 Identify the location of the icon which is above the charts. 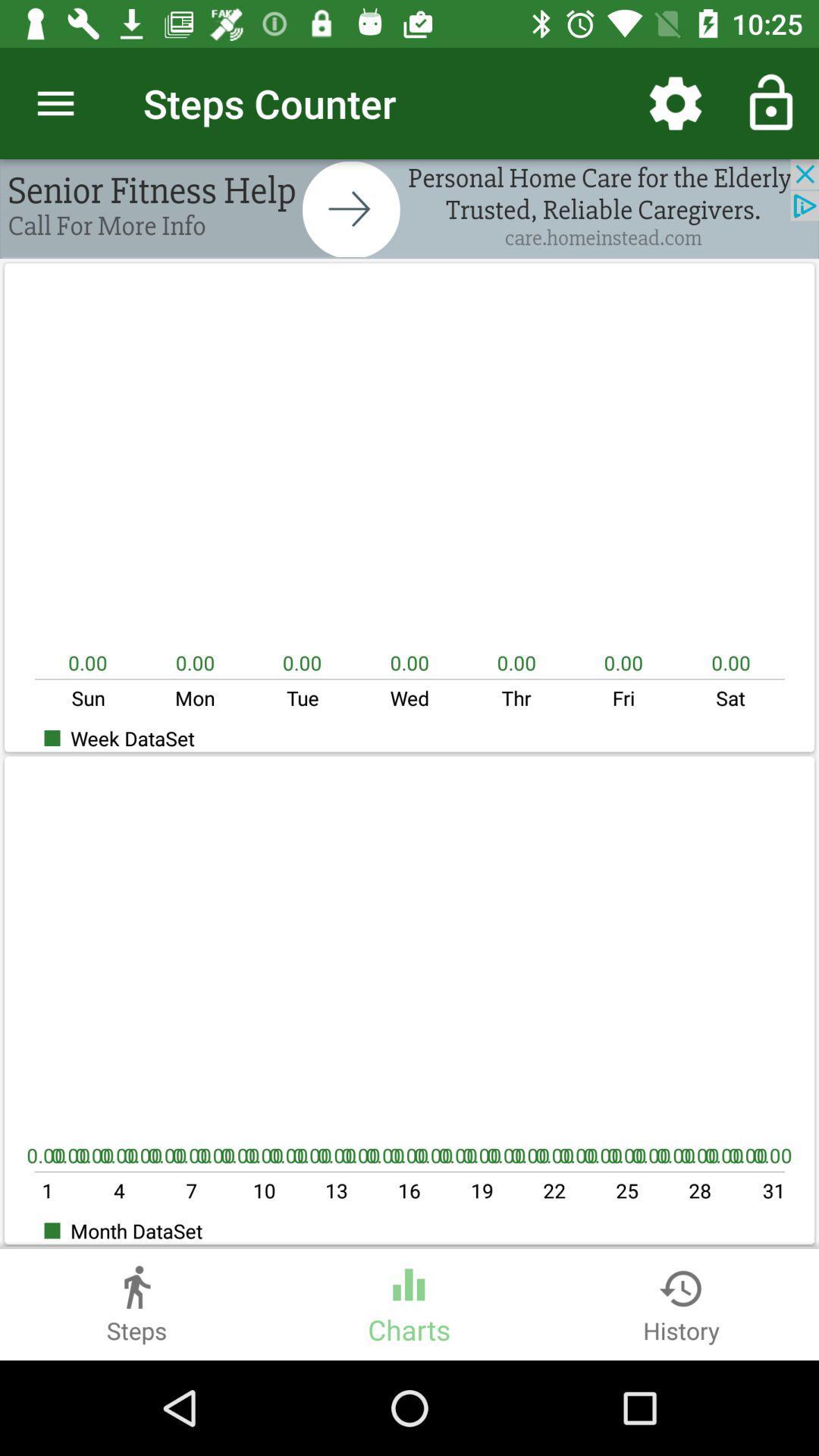
(408, 1278).